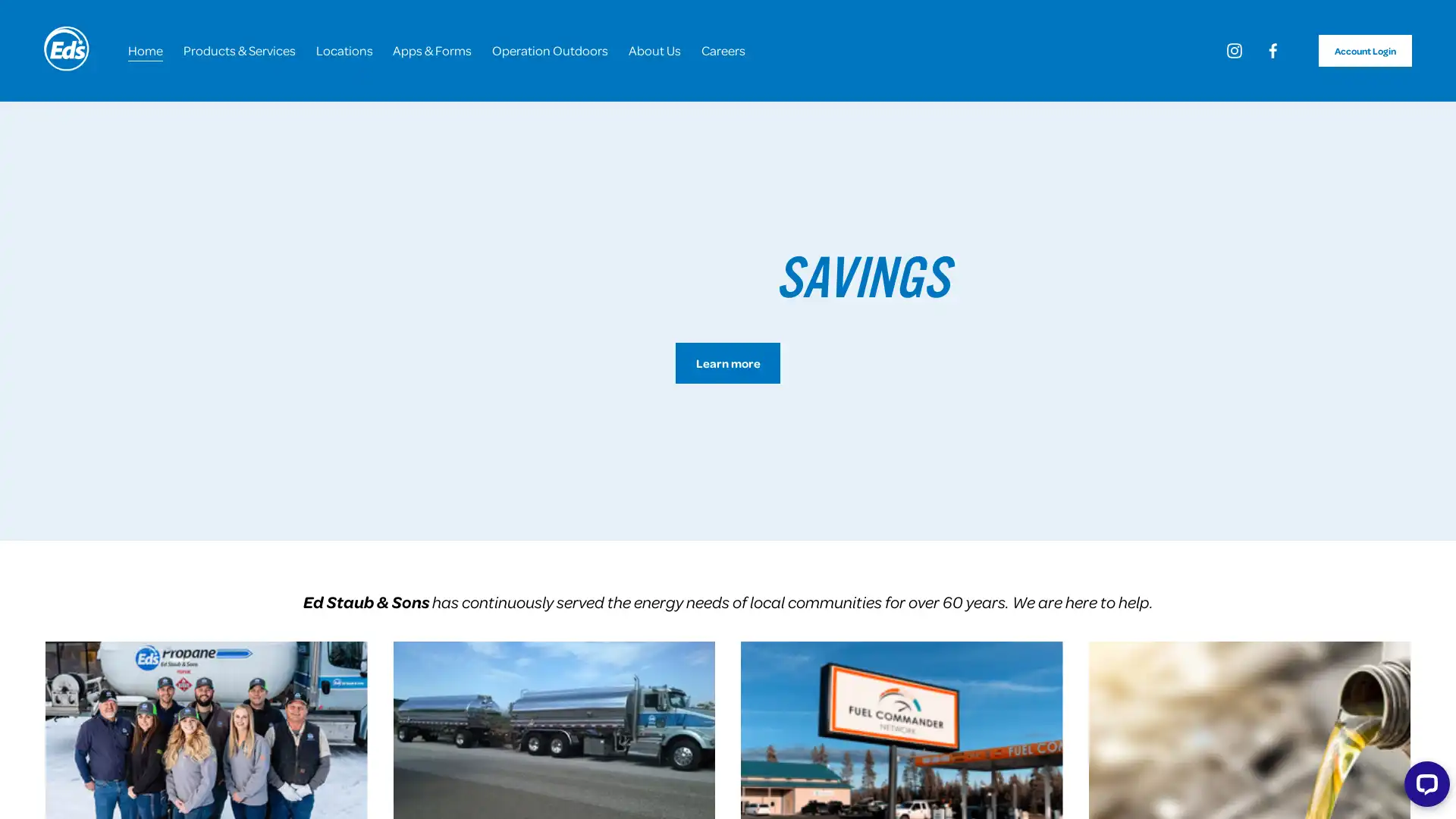 The width and height of the screenshot is (1456, 819). What do you see at coordinates (904, 231) in the screenshot?
I see `Close` at bounding box center [904, 231].